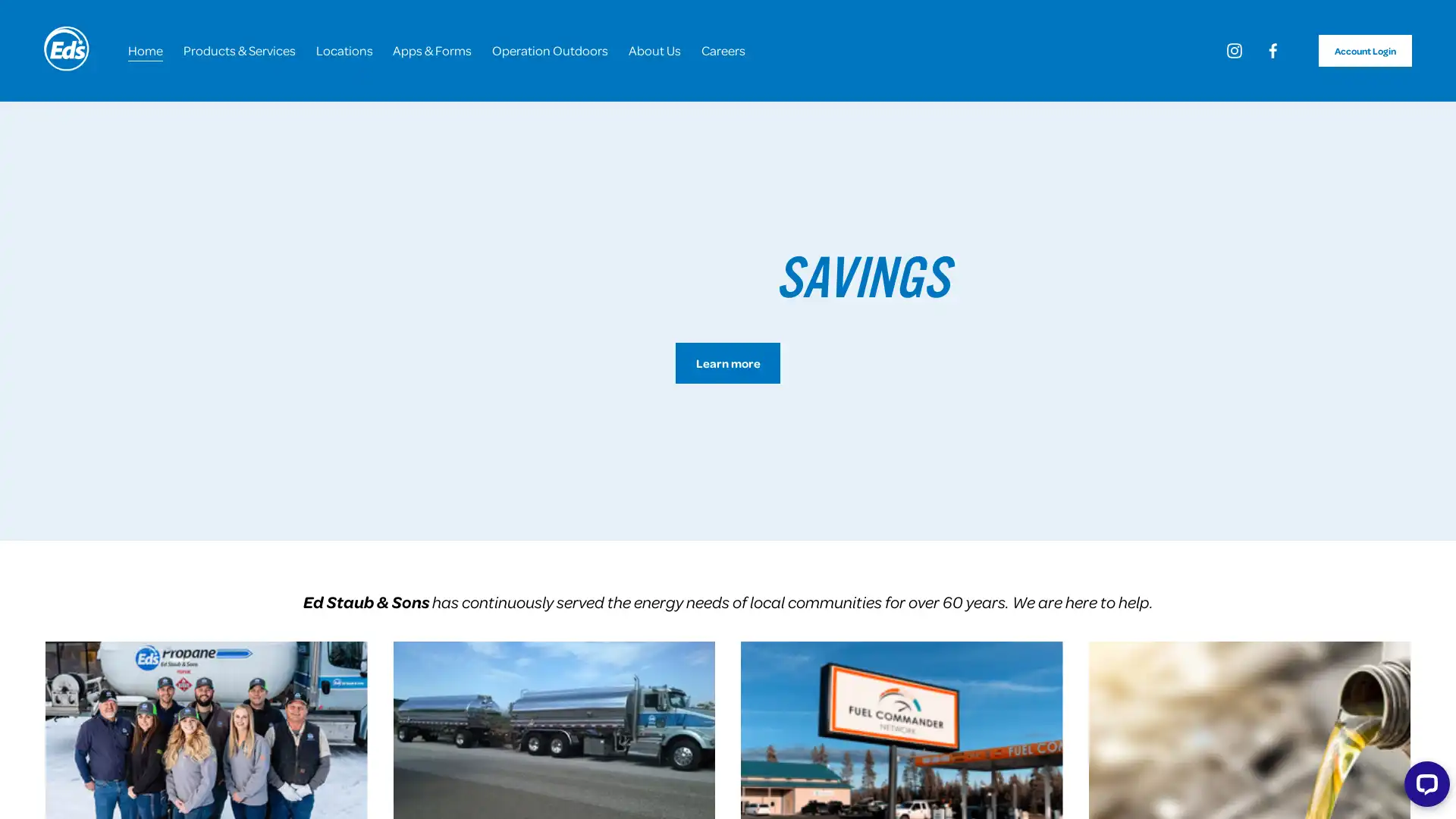 The width and height of the screenshot is (1456, 819). What do you see at coordinates (904, 231) in the screenshot?
I see `Close` at bounding box center [904, 231].